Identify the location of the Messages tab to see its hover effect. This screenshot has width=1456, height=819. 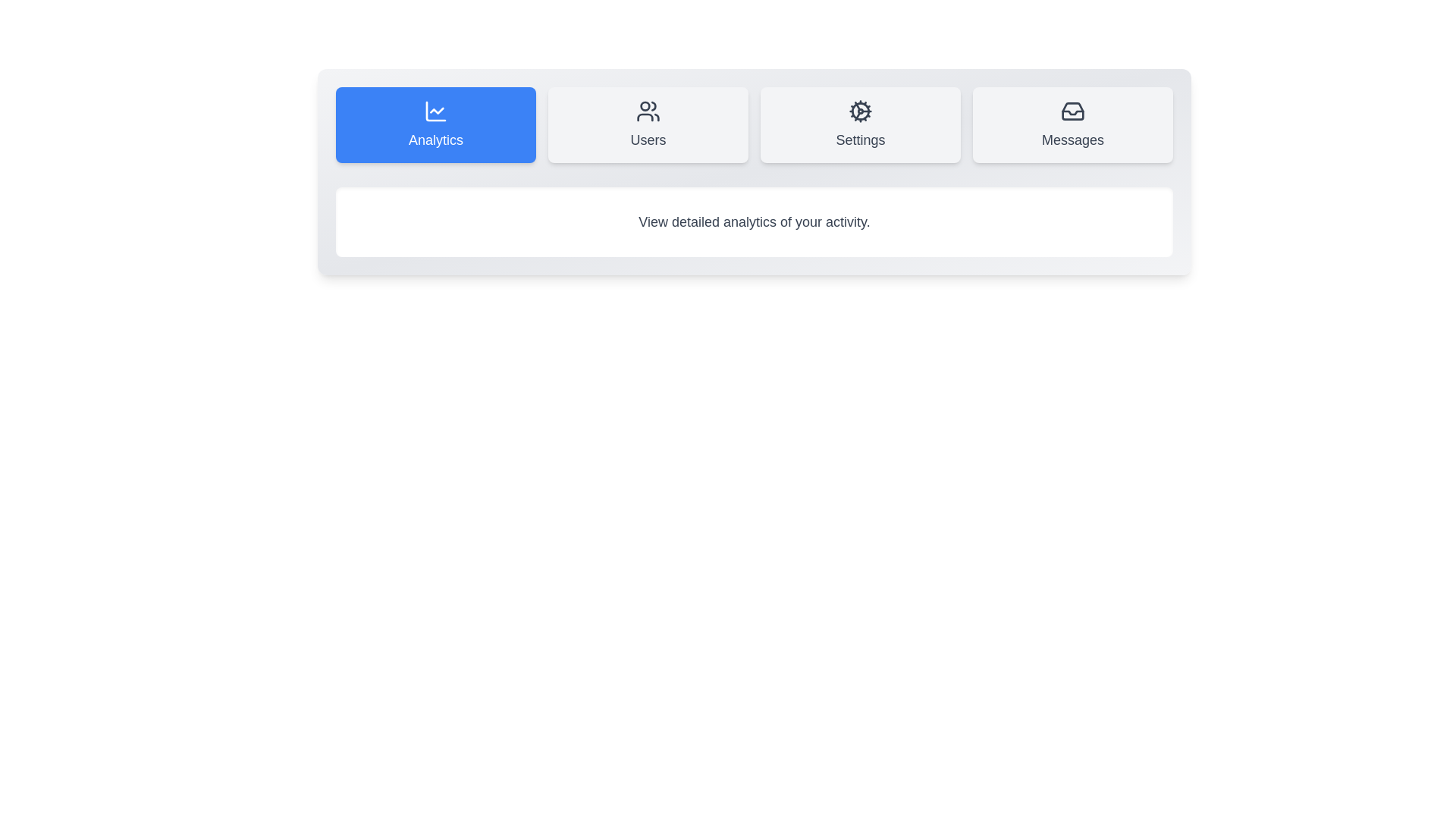
(1072, 124).